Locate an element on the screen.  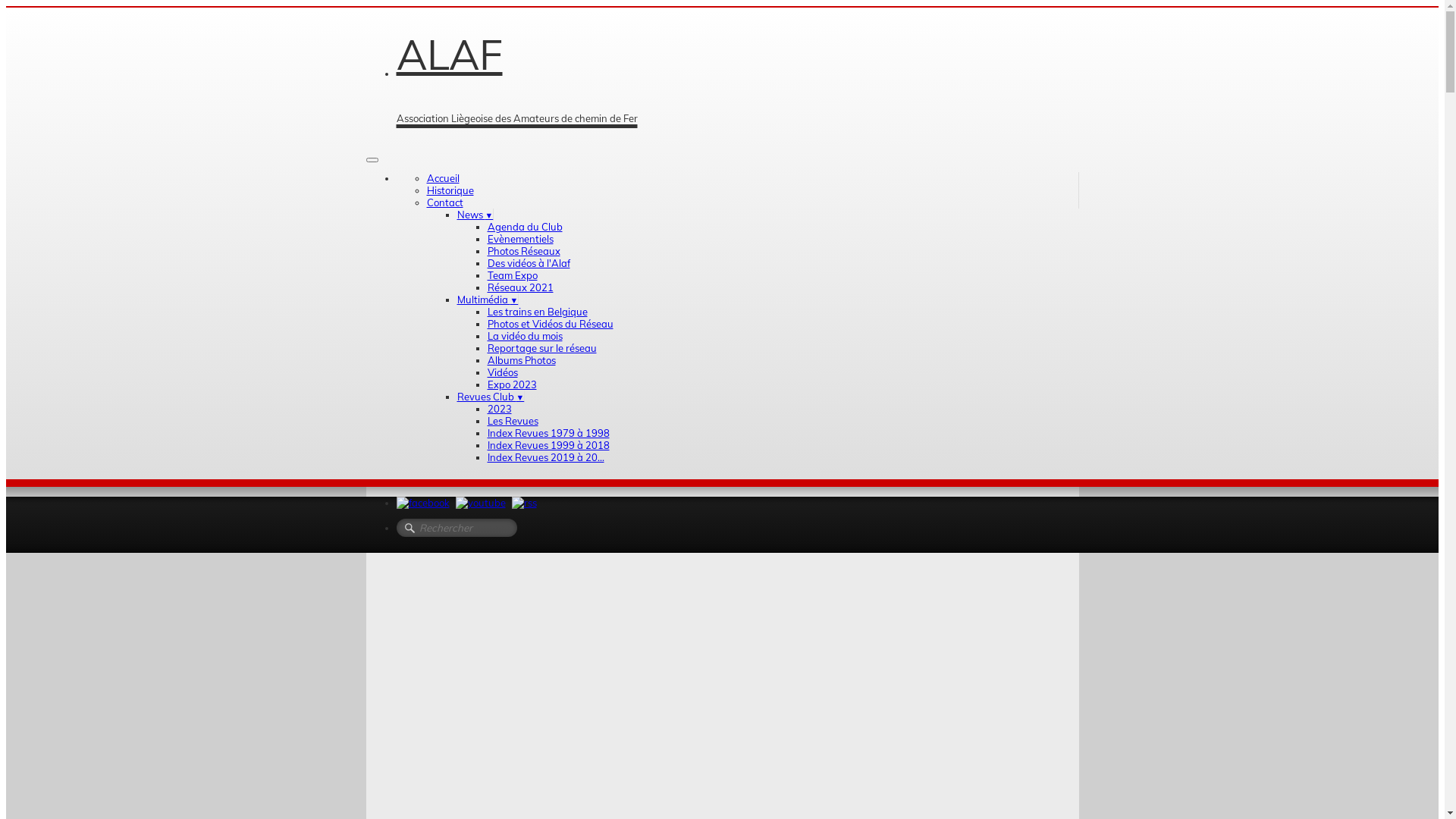
'Albums Photos' is located at coordinates (520, 359).